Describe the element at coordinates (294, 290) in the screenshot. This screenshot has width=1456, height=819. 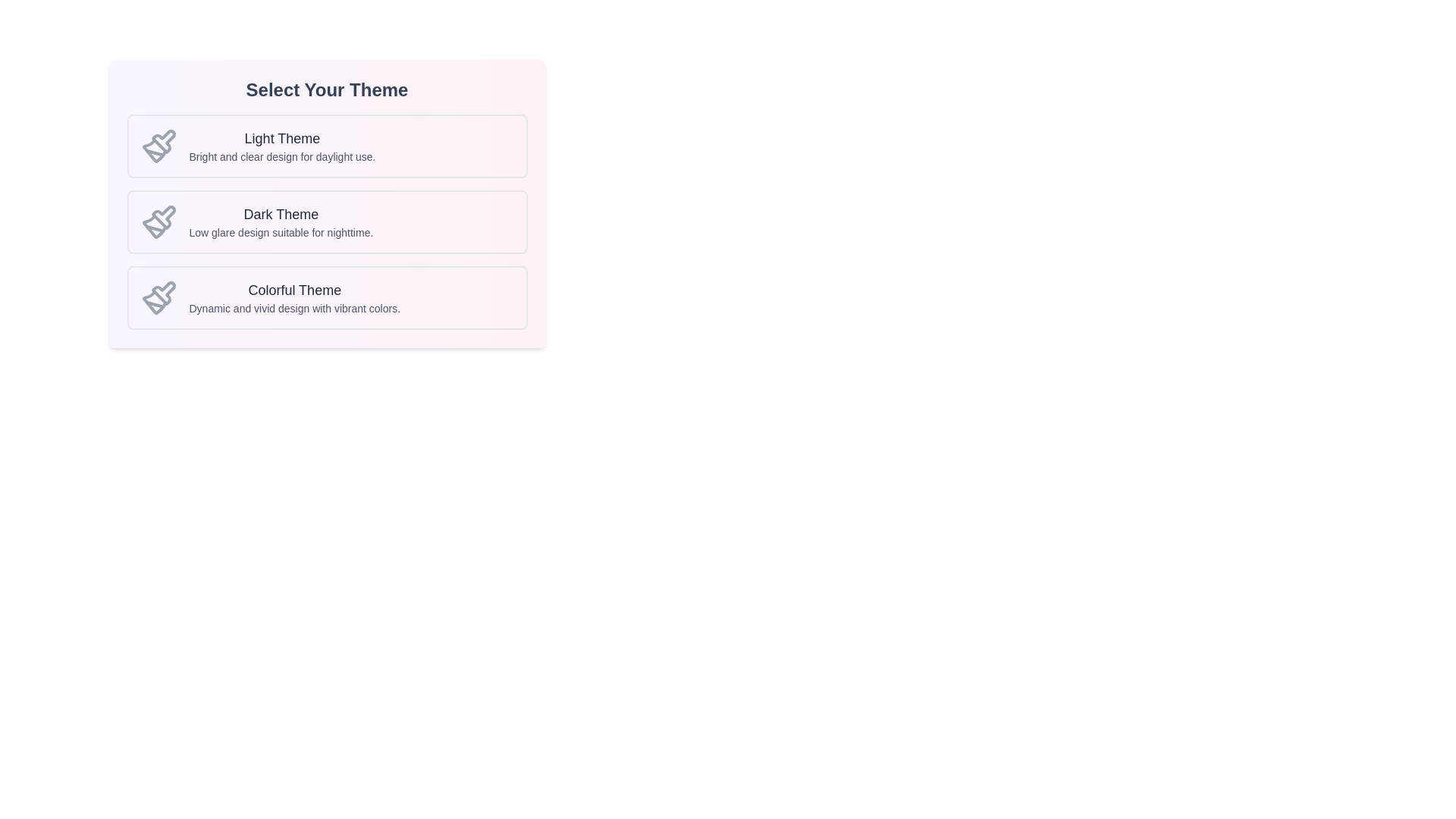
I see `the text label that serves as the title for the theme option, located at the top of the third option box in the 'Select Your Theme' section` at that location.